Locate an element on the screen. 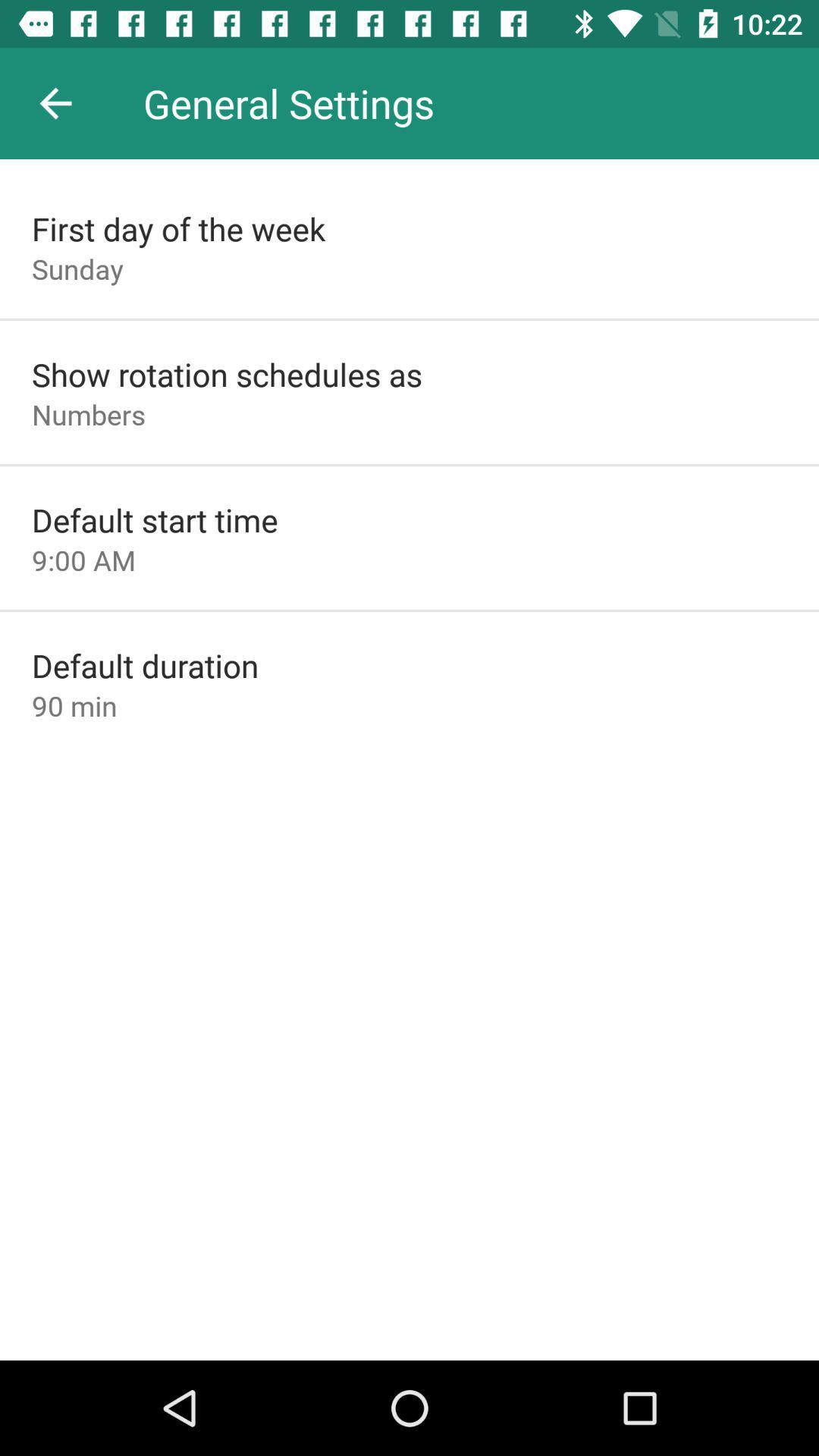 Image resolution: width=819 pixels, height=1456 pixels. icon at the top left corner is located at coordinates (55, 102).